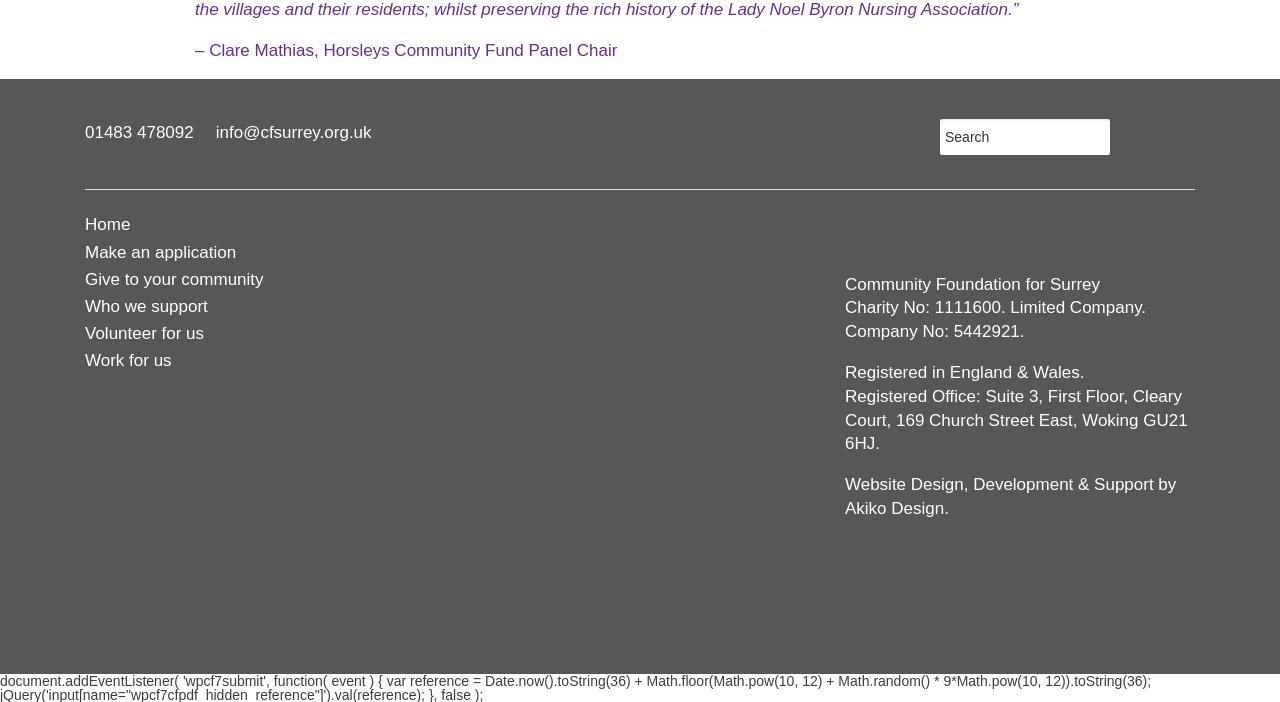  What do you see at coordinates (844, 331) in the screenshot?
I see `'Company No: 5442921.'` at bounding box center [844, 331].